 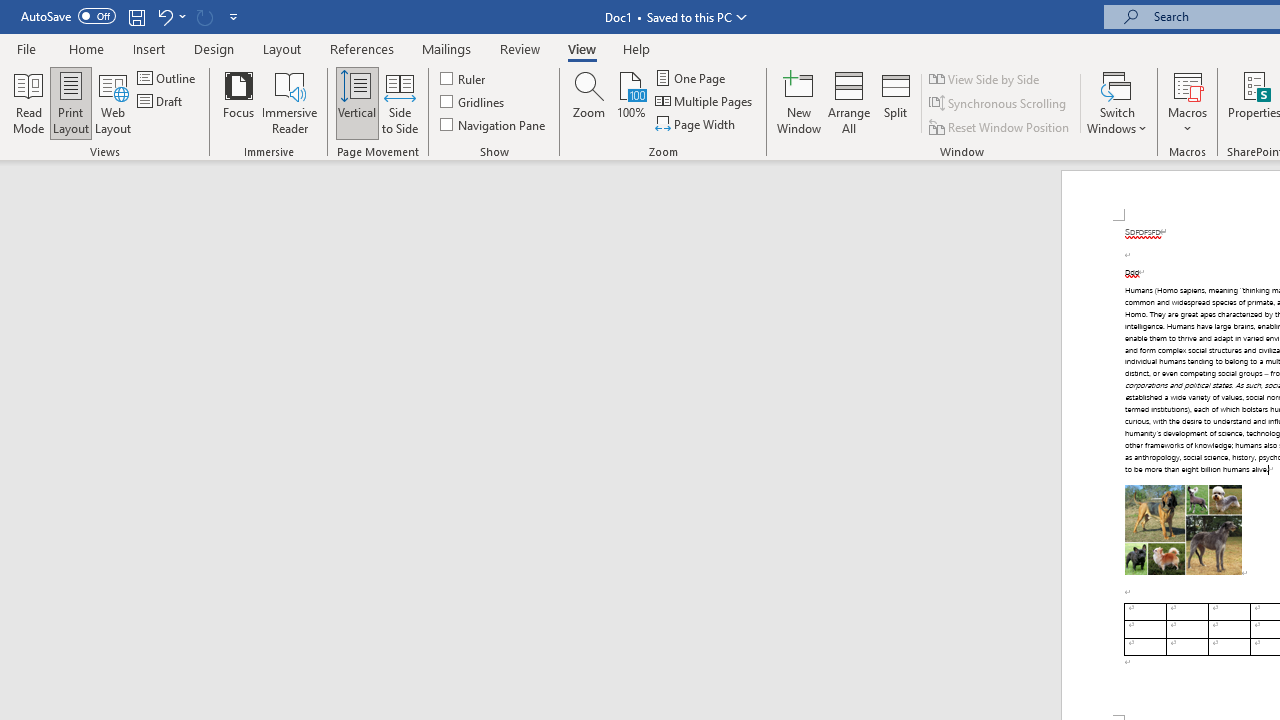 What do you see at coordinates (895, 103) in the screenshot?
I see `'Split'` at bounding box center [895, 103].